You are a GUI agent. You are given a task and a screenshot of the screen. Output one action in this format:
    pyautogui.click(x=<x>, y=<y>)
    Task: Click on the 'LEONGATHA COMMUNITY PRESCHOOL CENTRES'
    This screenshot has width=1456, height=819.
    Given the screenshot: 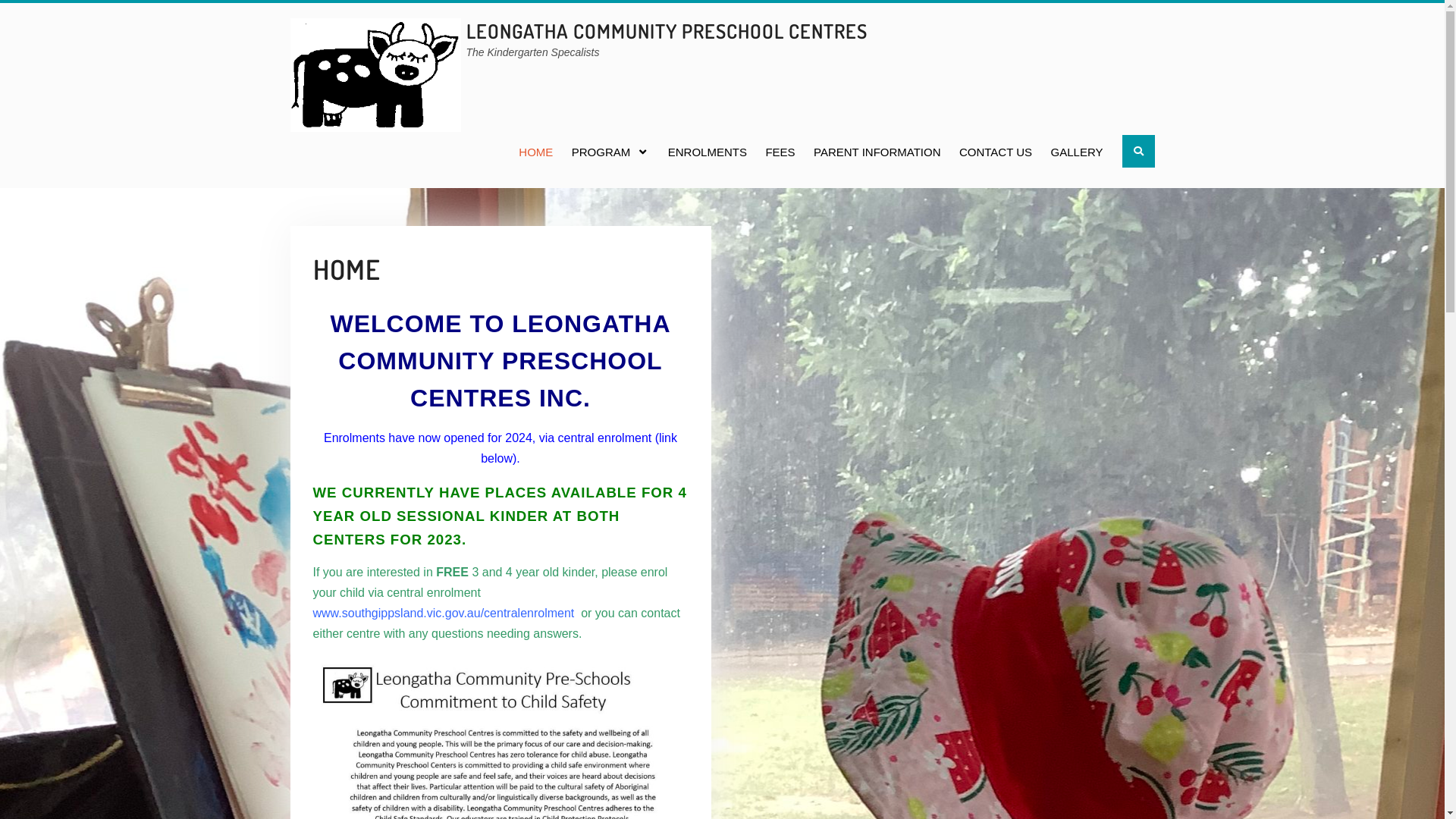 What is the action you would take?
    pyautogui.click(x=666, y=30)
    